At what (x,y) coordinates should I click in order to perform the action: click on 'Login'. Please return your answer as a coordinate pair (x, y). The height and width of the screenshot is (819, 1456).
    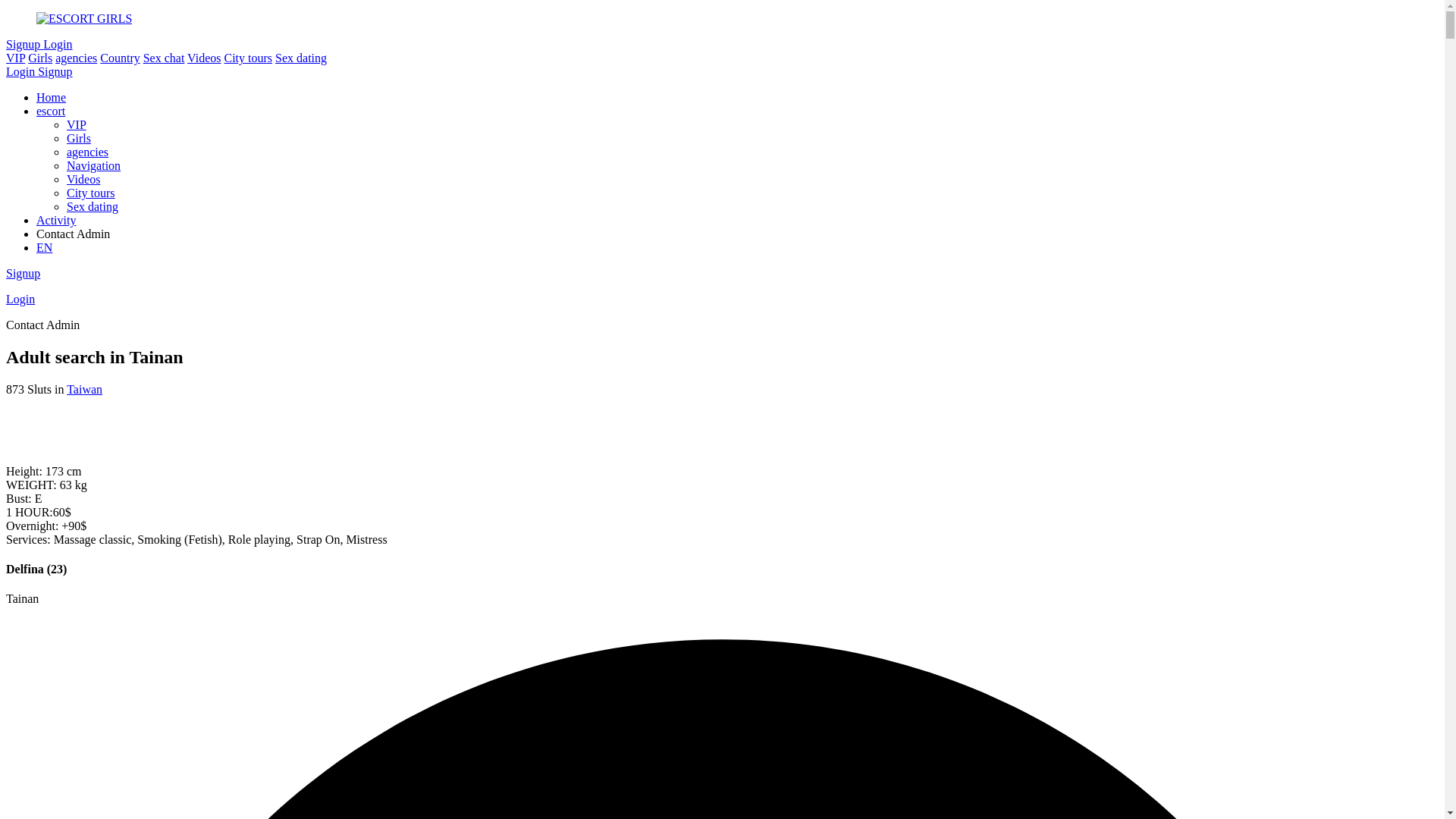
    Looking at the image, I should click on (58, 43).